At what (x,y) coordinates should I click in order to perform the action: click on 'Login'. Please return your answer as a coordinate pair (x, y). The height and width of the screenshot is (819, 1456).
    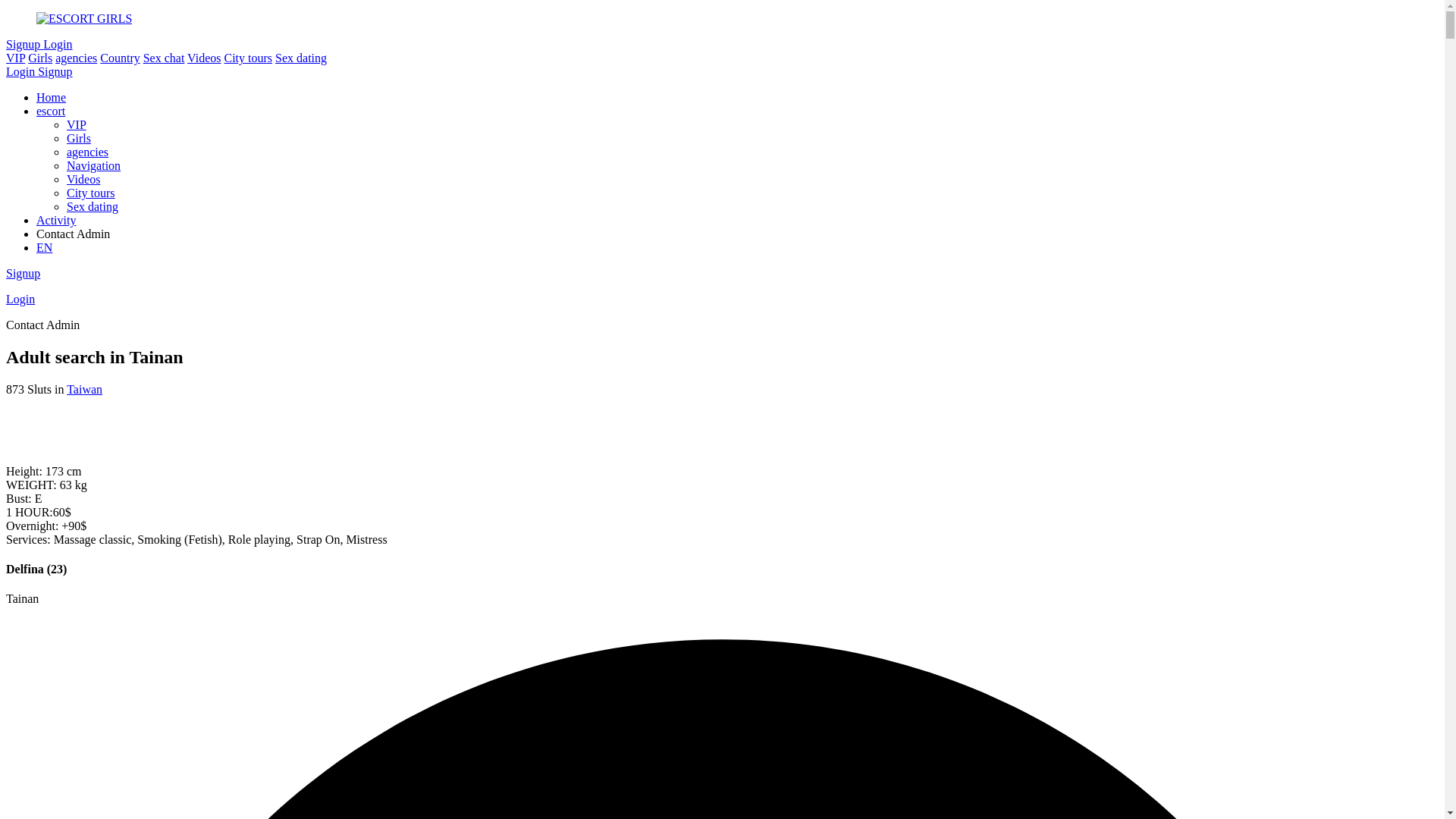
    Looking at the image, I should click on (58, 43).